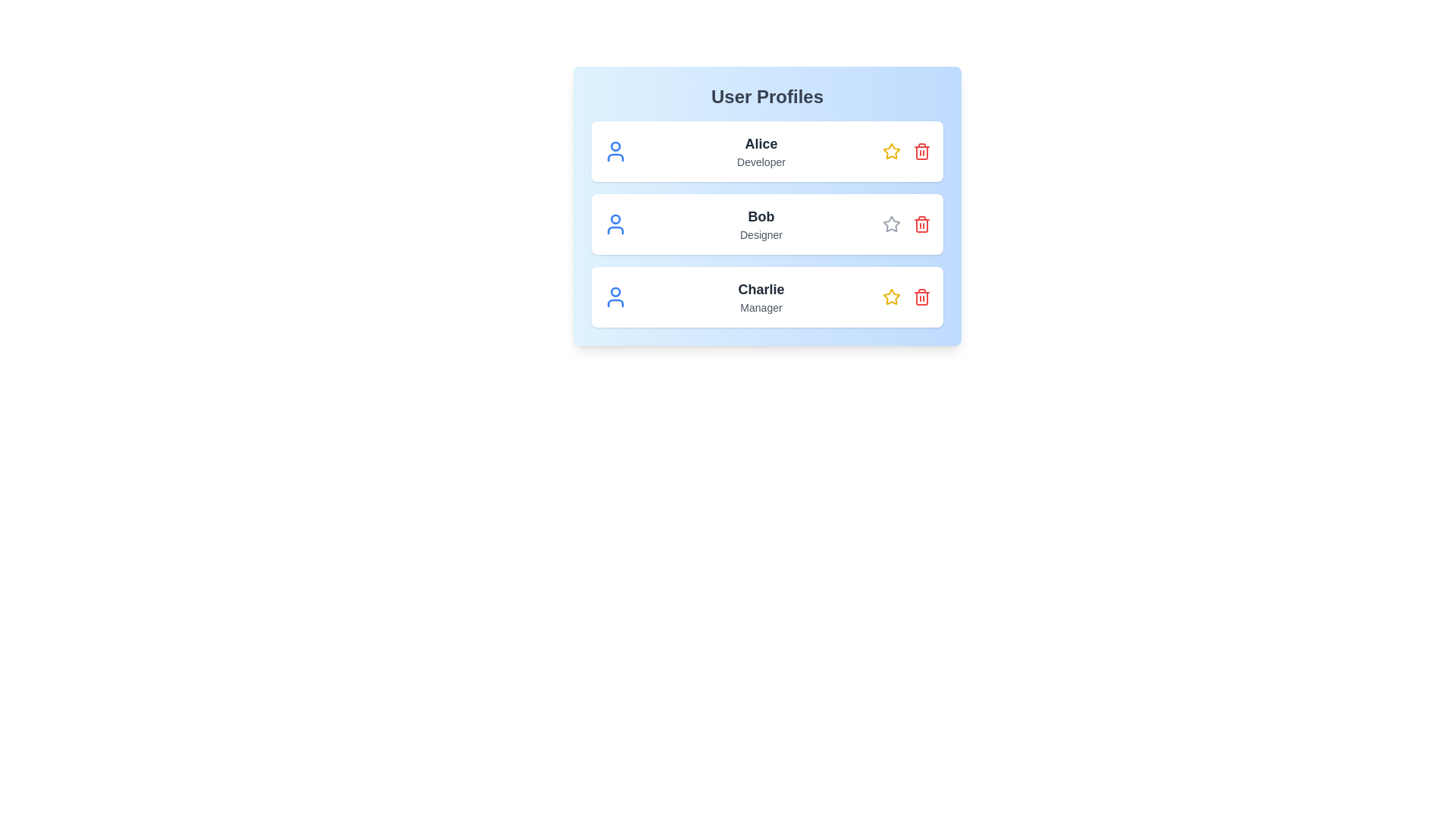 This screenshot has width=1456, height=819. Describe the element at coordinates (921, 297) in the screenshot. I see `trash icon for Charlie to remove the profile` at that location.